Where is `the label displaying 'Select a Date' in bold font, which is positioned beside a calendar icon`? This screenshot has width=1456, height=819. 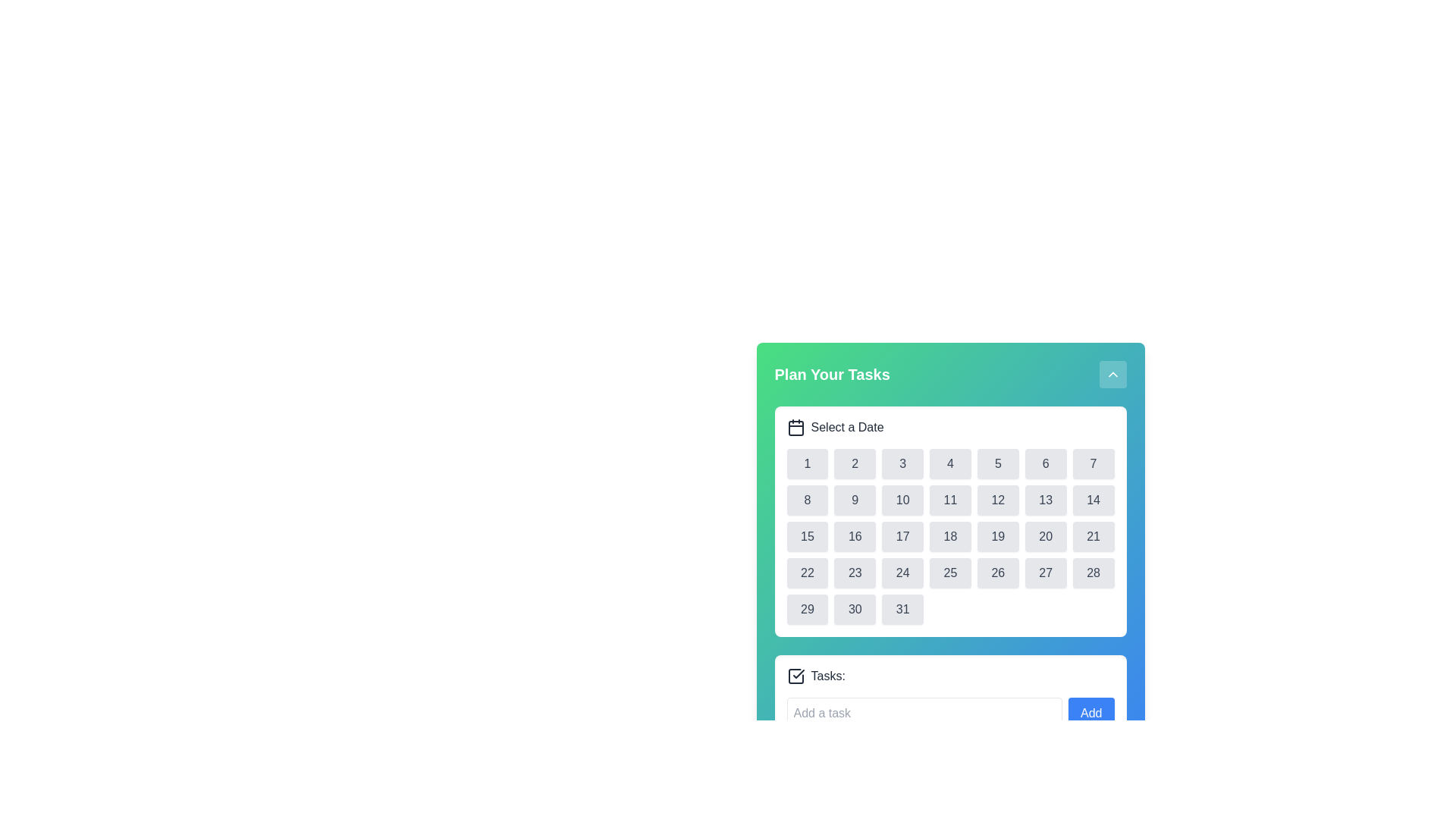
the label displaying 'Select a Date' in bold font, which is positioned beside a calendar icon is located at coordinates (846, 427).